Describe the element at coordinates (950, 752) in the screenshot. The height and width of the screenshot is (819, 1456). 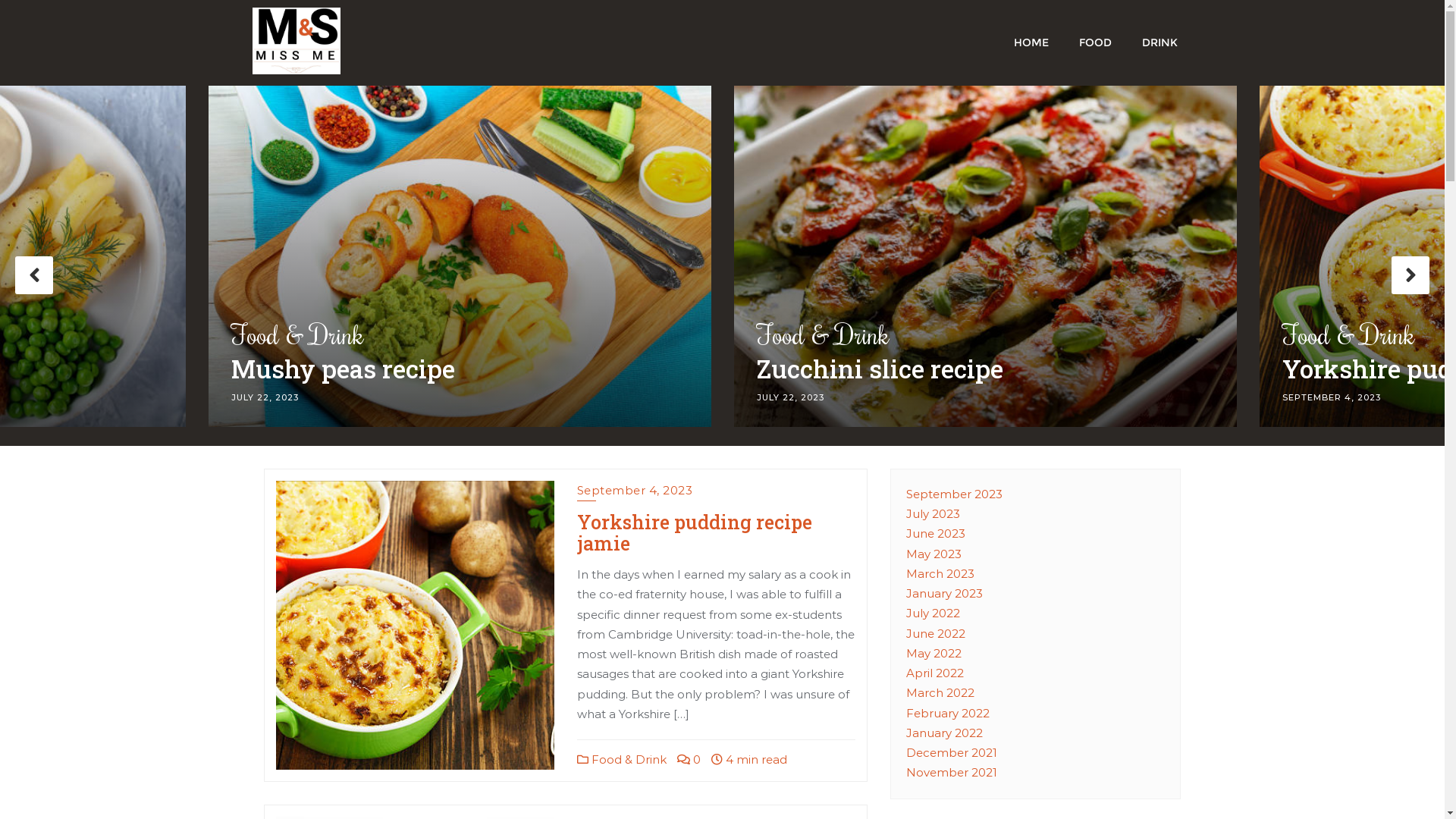
I see `'December 2021'` at that location.